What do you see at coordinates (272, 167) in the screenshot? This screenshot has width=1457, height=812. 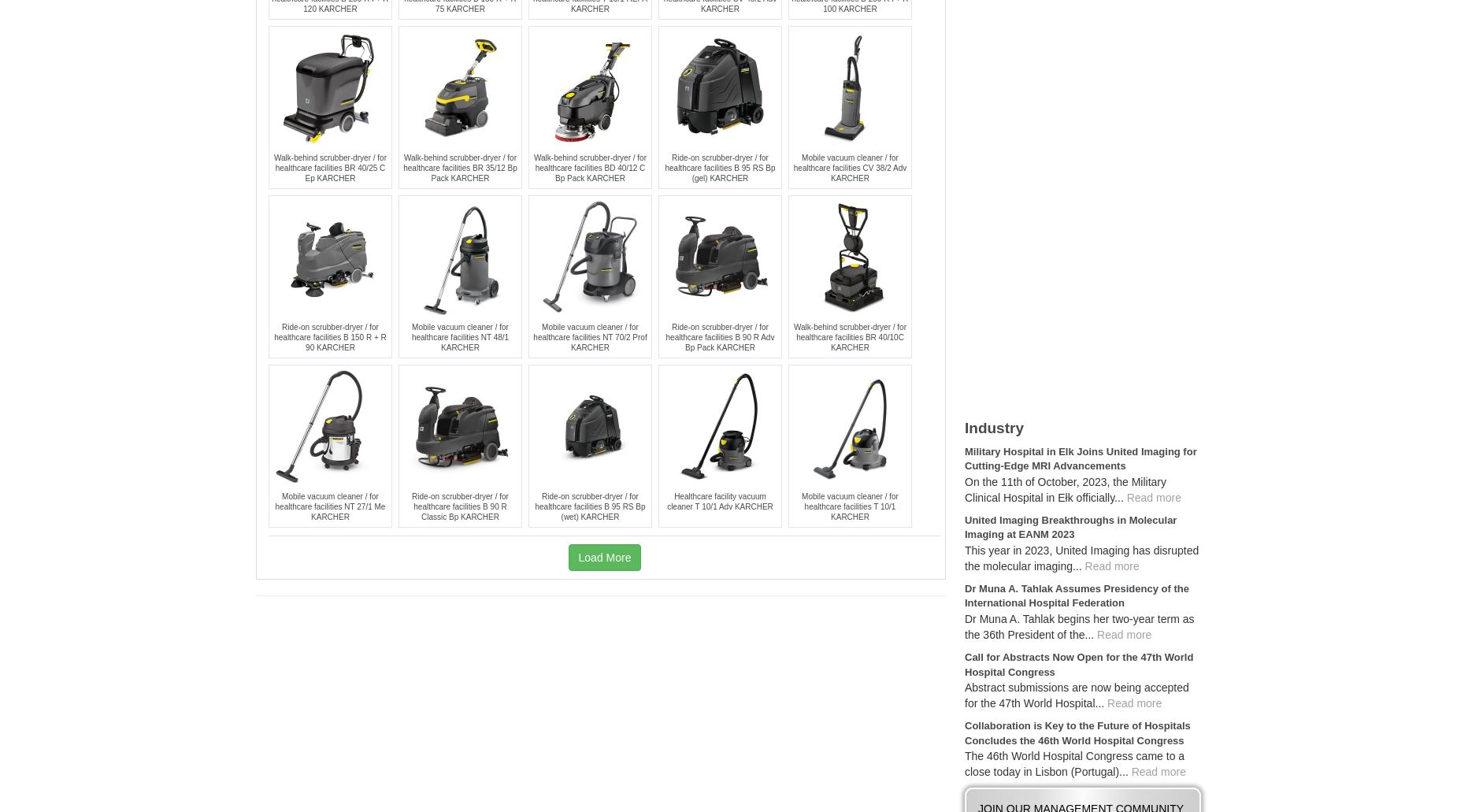 I see `'Walk-behind scrubber-dryer / for healthcare facilities BR 40/25 C Ep KARCHER'` at bounding box center [272, 167].